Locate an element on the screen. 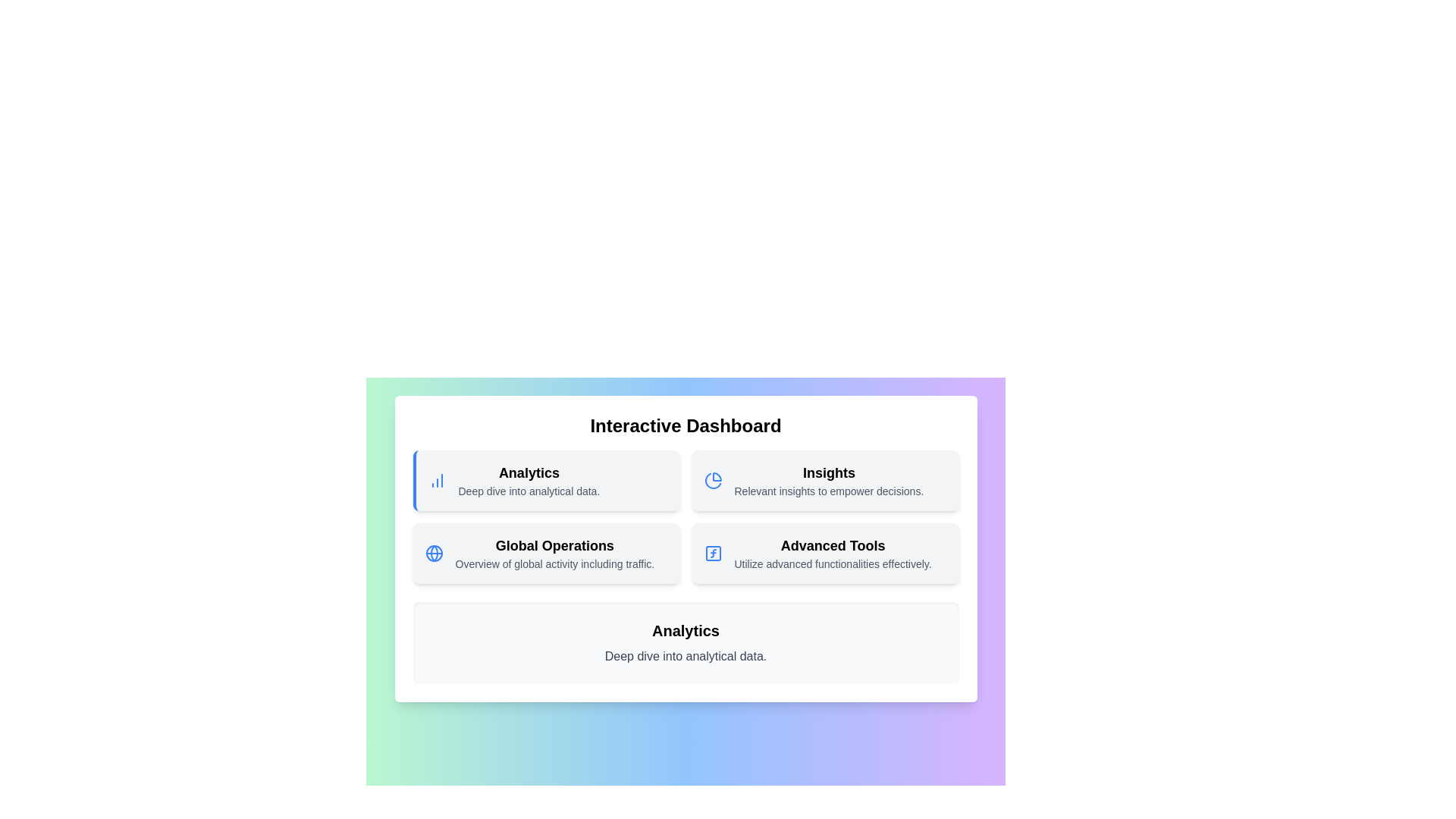 The height and width of the screenshot is (819, 1456). the menu item Analytics to view its details is located at coordinates (546, 480).